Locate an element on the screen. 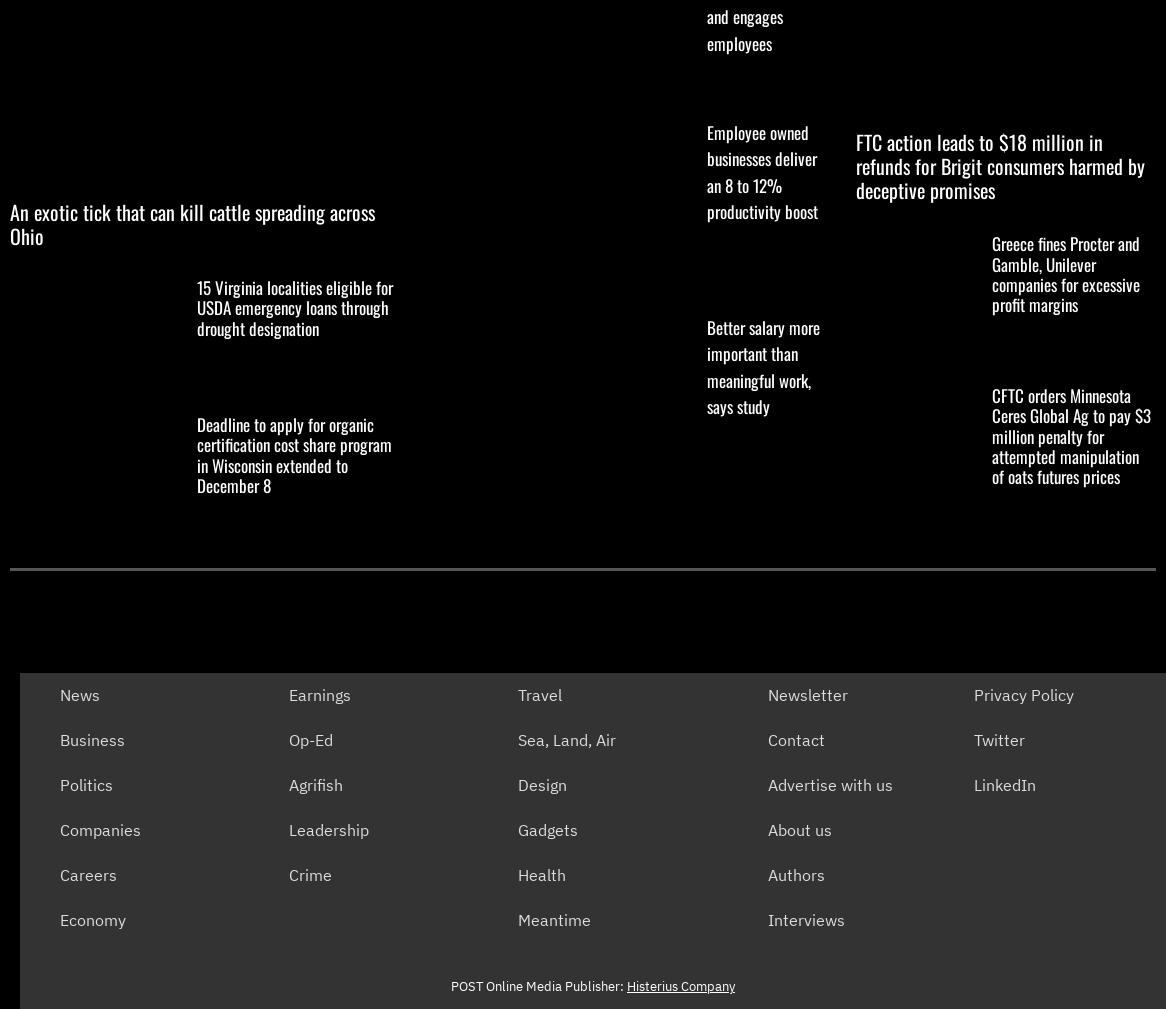  'Politics' is located at coordinates (59, 785).